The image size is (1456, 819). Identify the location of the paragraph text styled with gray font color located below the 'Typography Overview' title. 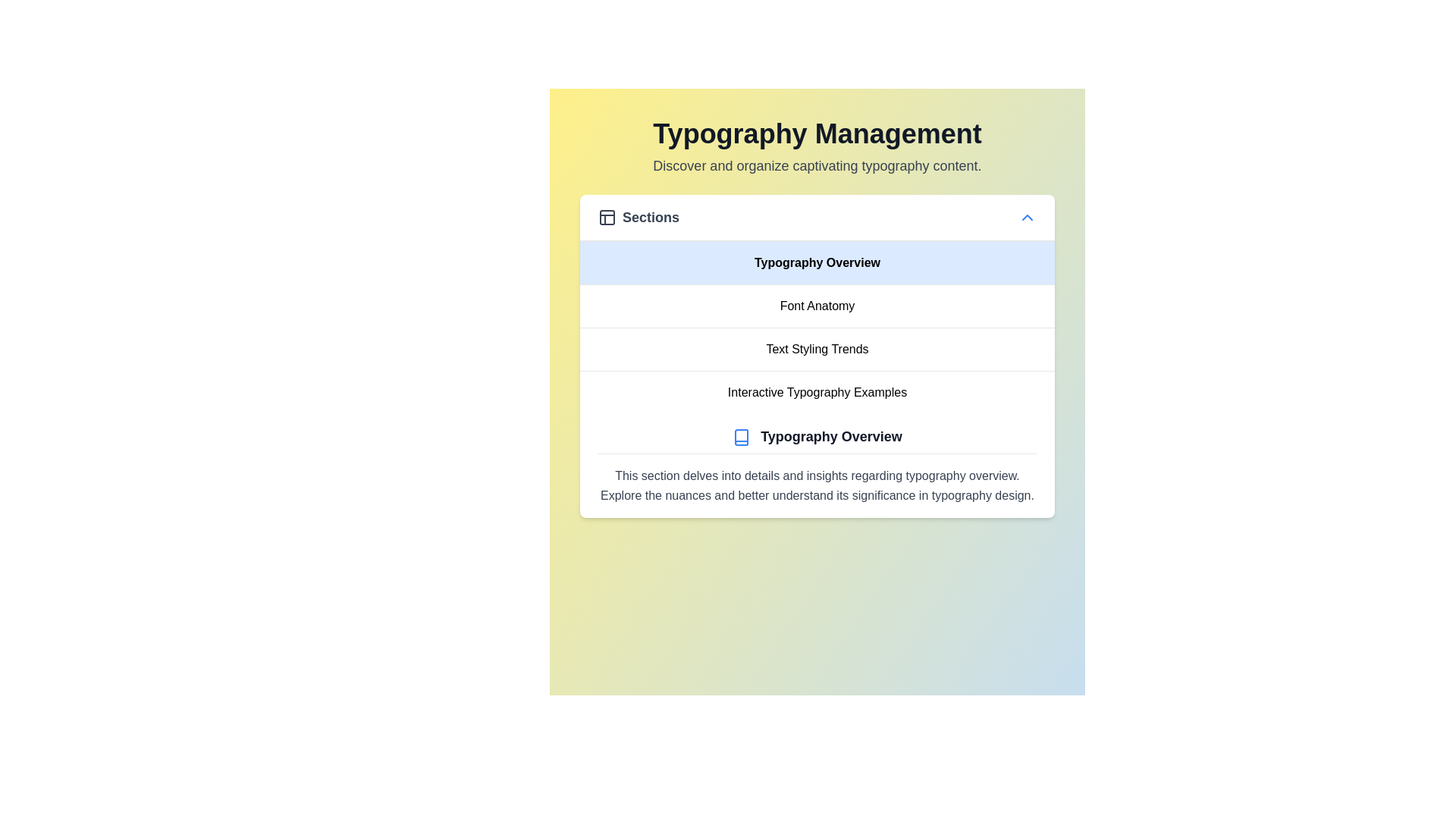
(817, 485).